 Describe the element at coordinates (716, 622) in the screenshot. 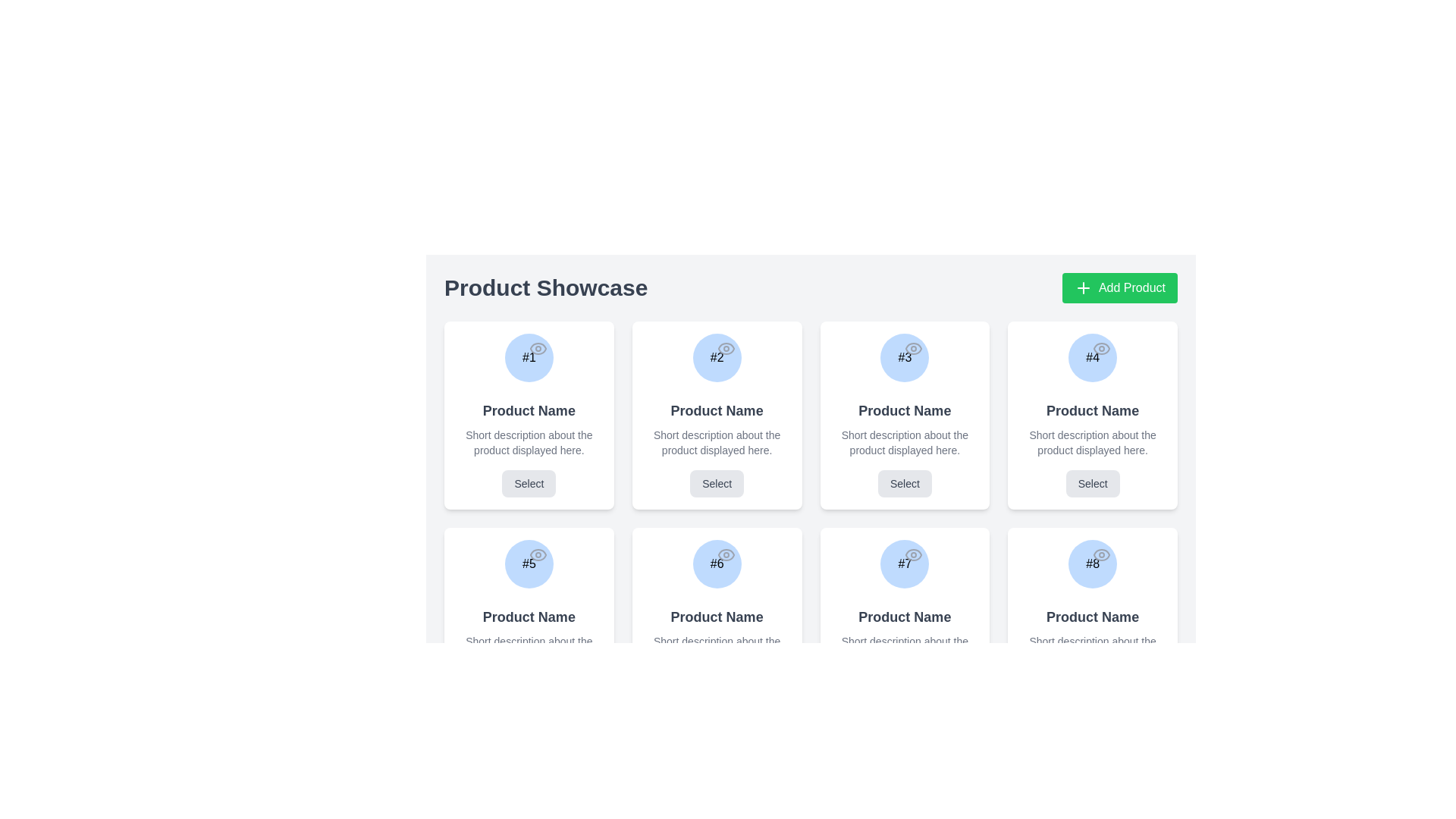

I see `the sixth product entry card in the product showcase grid` at that location.